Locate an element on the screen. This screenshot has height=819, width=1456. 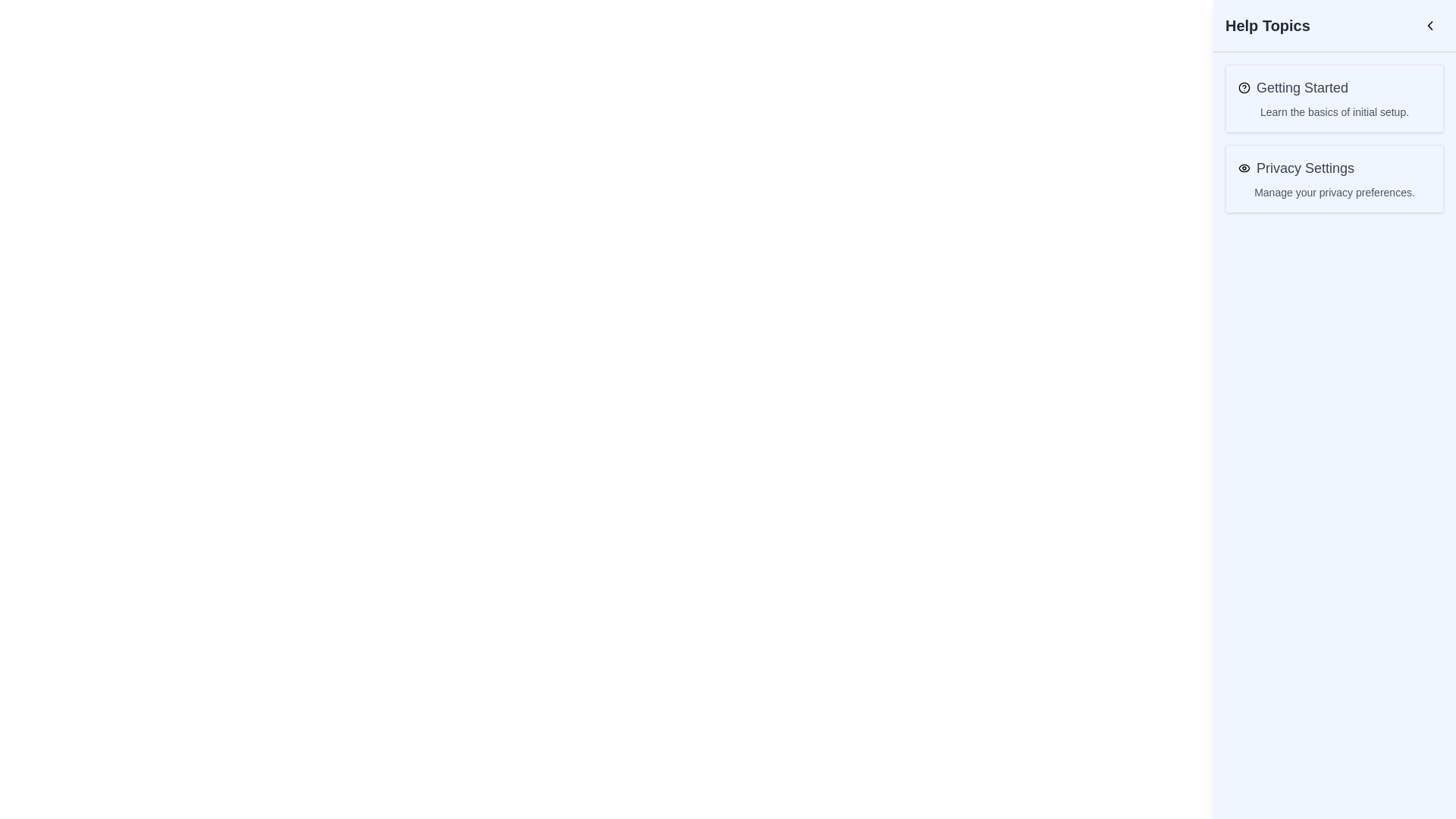
the help indicator icon located to the left of the 'Getting Started' text in the sidebar to activate the tooltip is located at coordinates (1244, 87).